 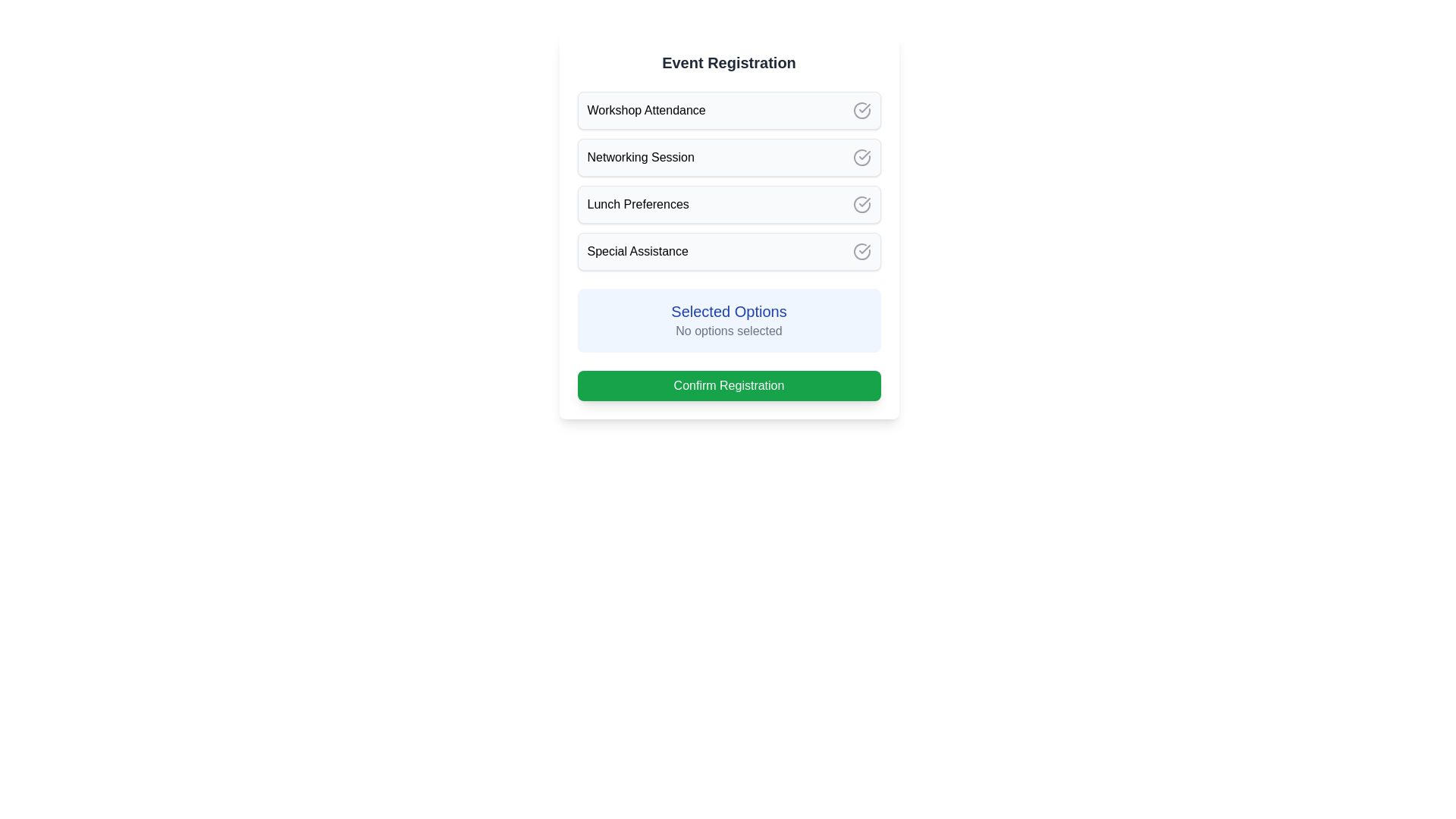 I want to click on the 'Event Registration' text label, which is styled with bold and large font size and located at the top of the card-like layout, so click(x=729, y=62).